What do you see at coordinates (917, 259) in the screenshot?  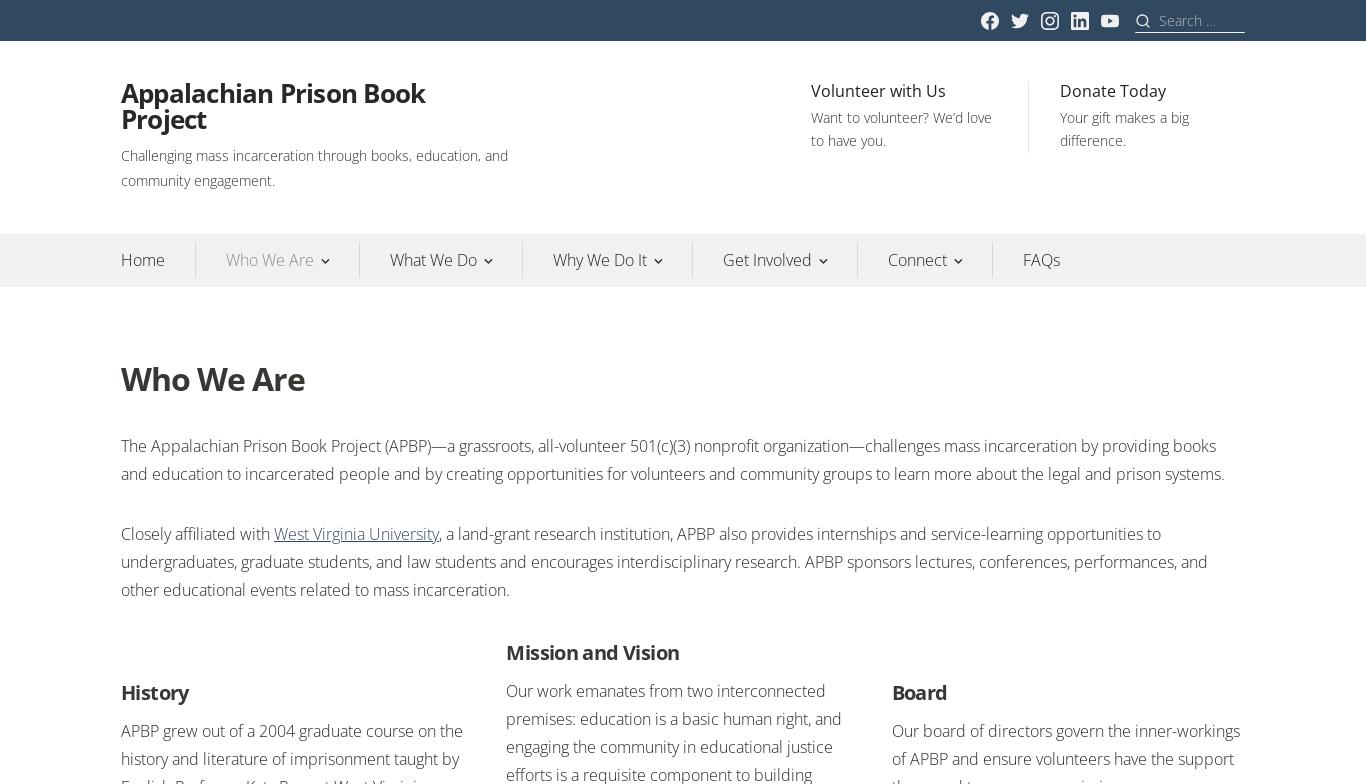 I see `'Connect'` at bounding box center [917, 259].